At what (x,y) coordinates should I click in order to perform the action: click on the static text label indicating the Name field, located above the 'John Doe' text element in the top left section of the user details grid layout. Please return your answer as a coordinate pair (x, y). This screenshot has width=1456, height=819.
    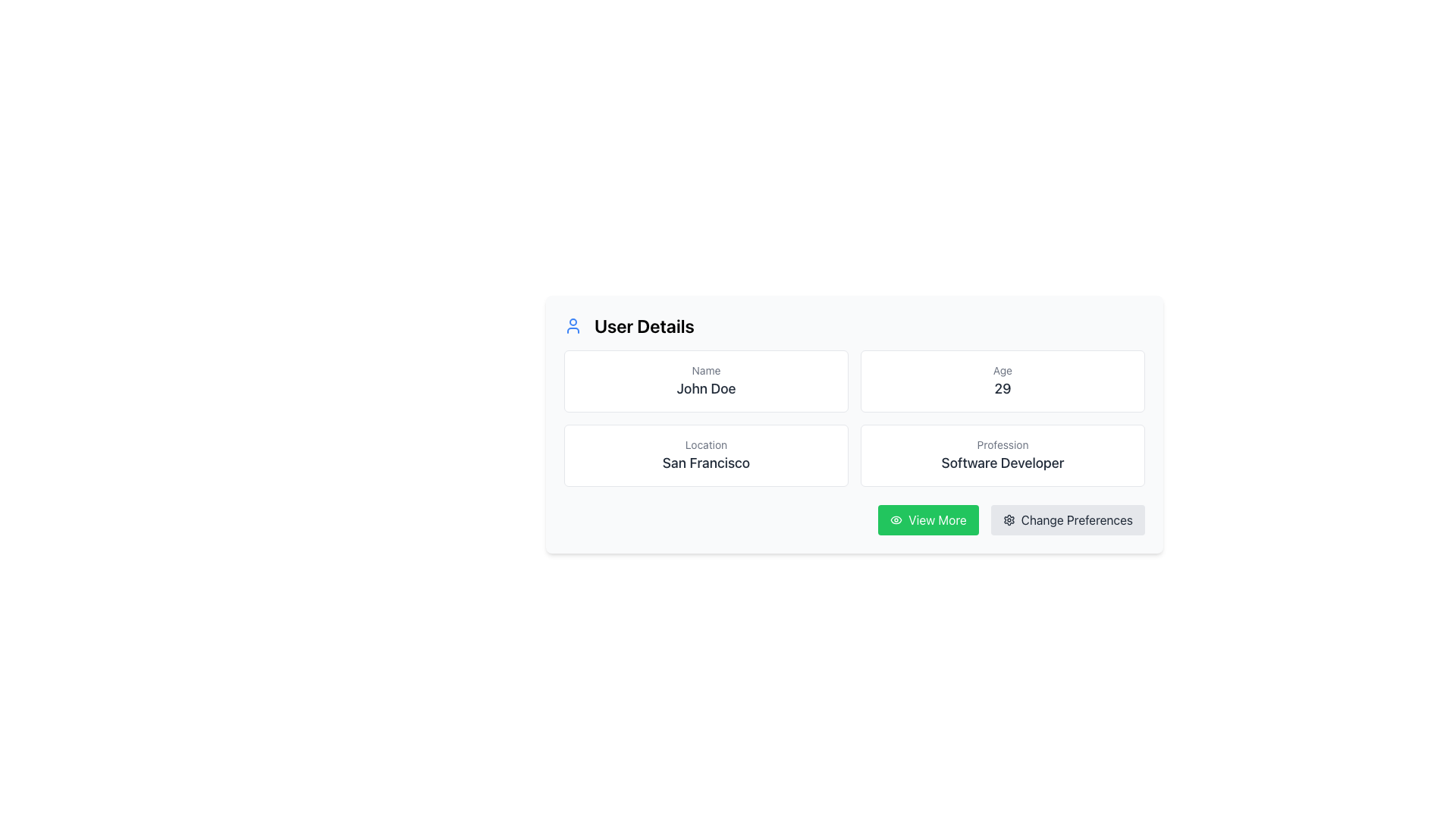
    Looking at the image, I should click on (705, 371).